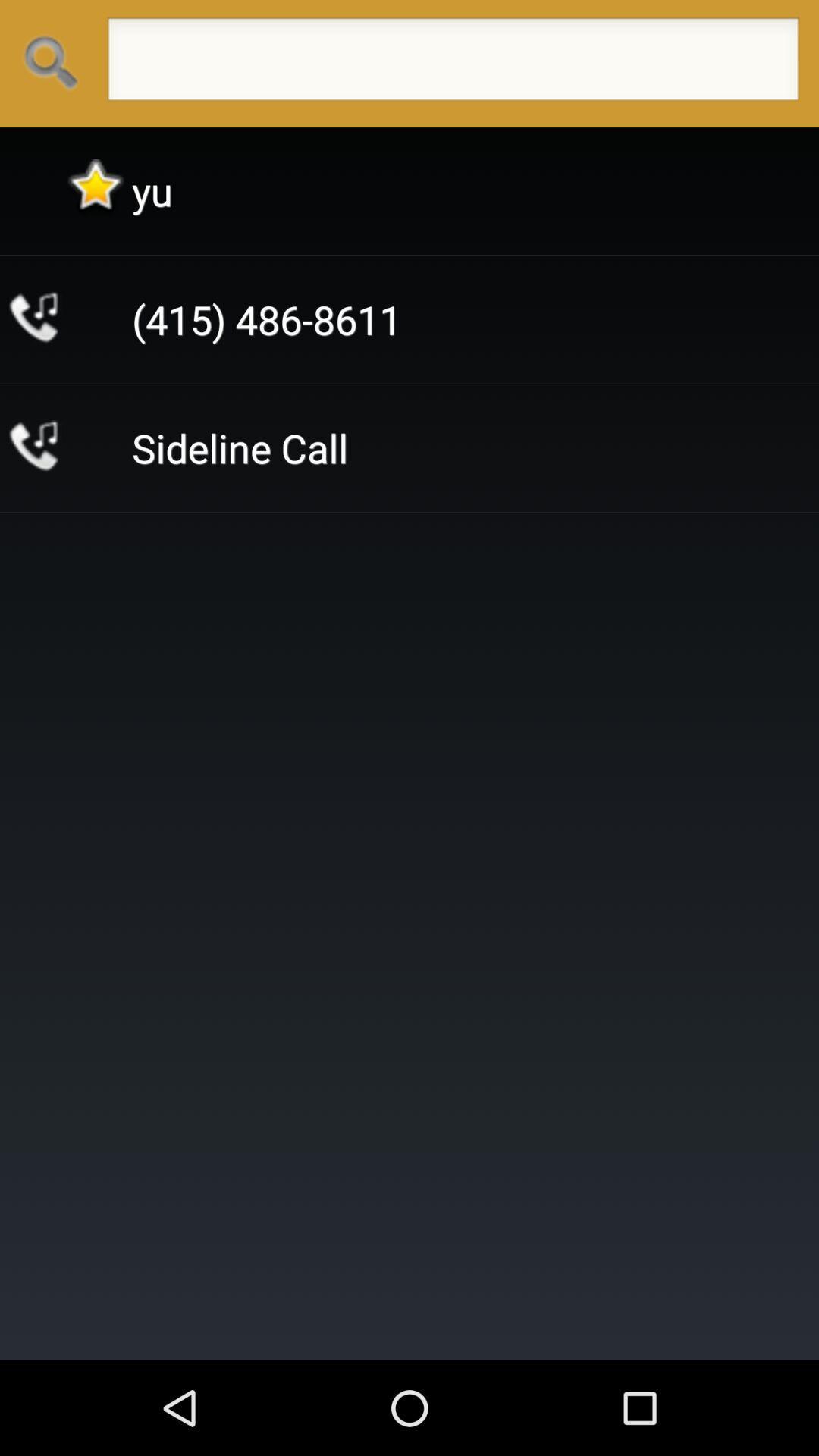  I want to click on item above the (415) 486-8611, so click(152, 190).